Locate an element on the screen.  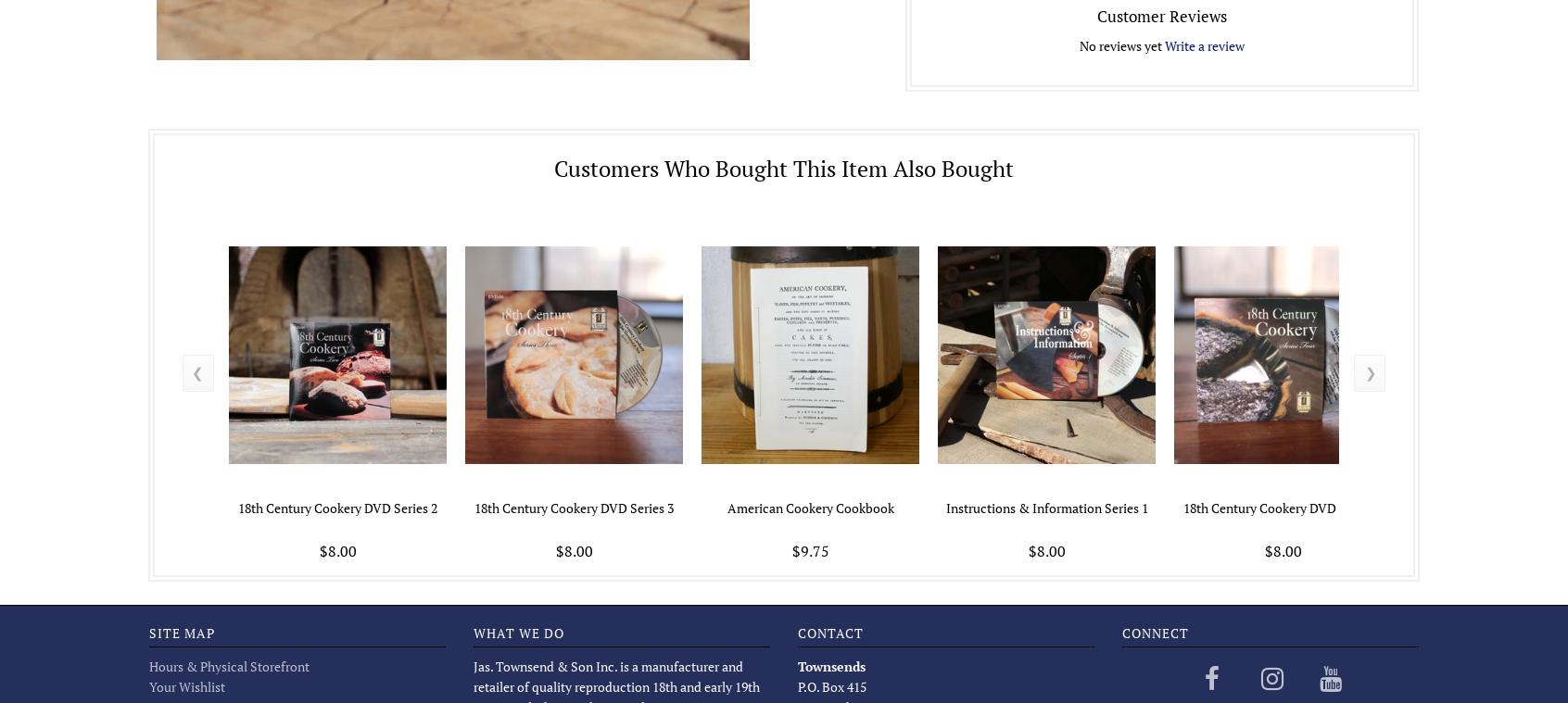
'American Cookery Cookbook' is located at coordinates (808, 506).